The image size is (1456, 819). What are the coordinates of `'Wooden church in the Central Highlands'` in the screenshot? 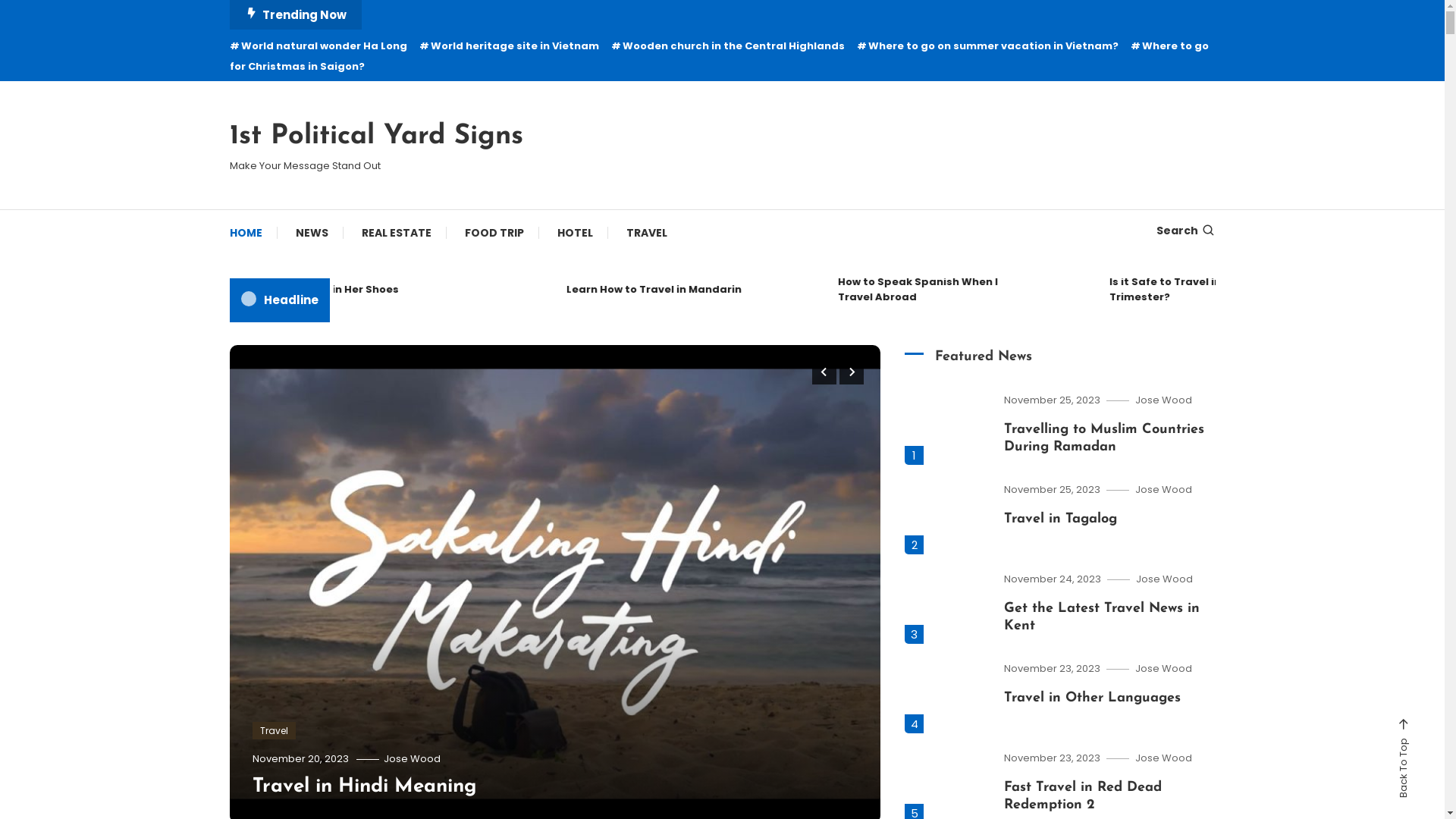 It's located at (728, 45).